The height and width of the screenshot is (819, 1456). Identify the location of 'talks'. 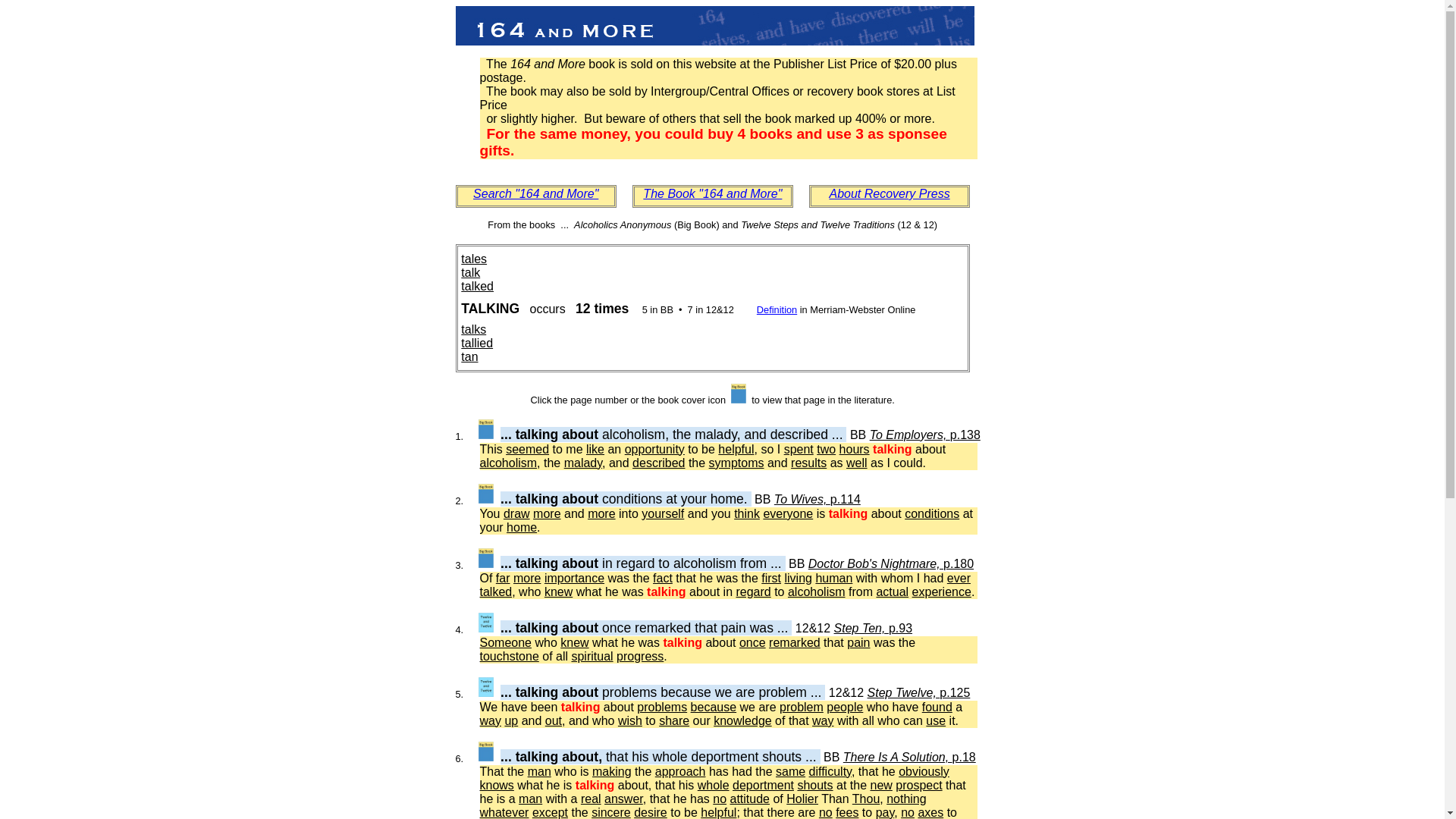
(472, 328).